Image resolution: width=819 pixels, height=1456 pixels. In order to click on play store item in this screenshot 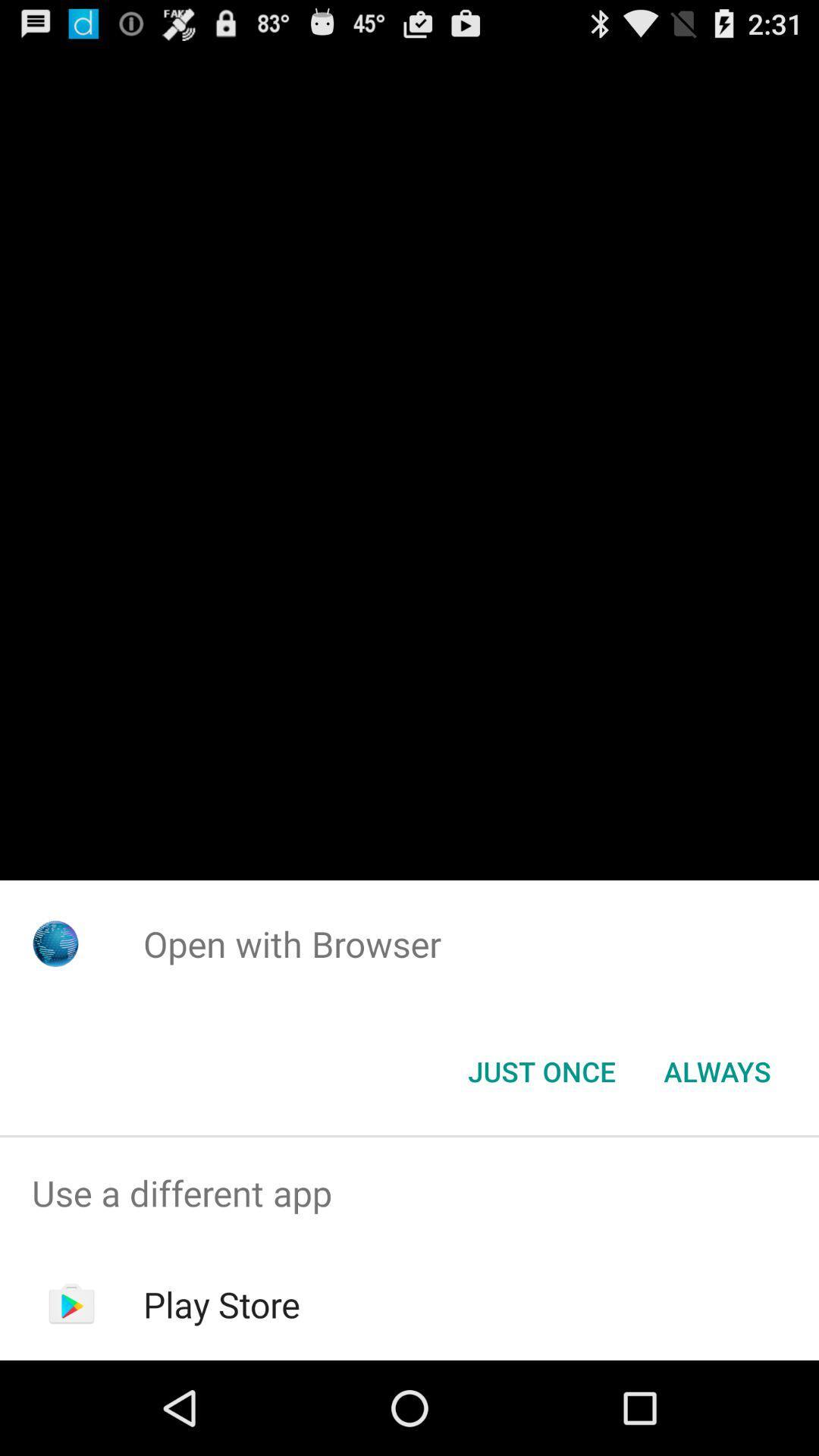, I will do `click(221, 1304)`.